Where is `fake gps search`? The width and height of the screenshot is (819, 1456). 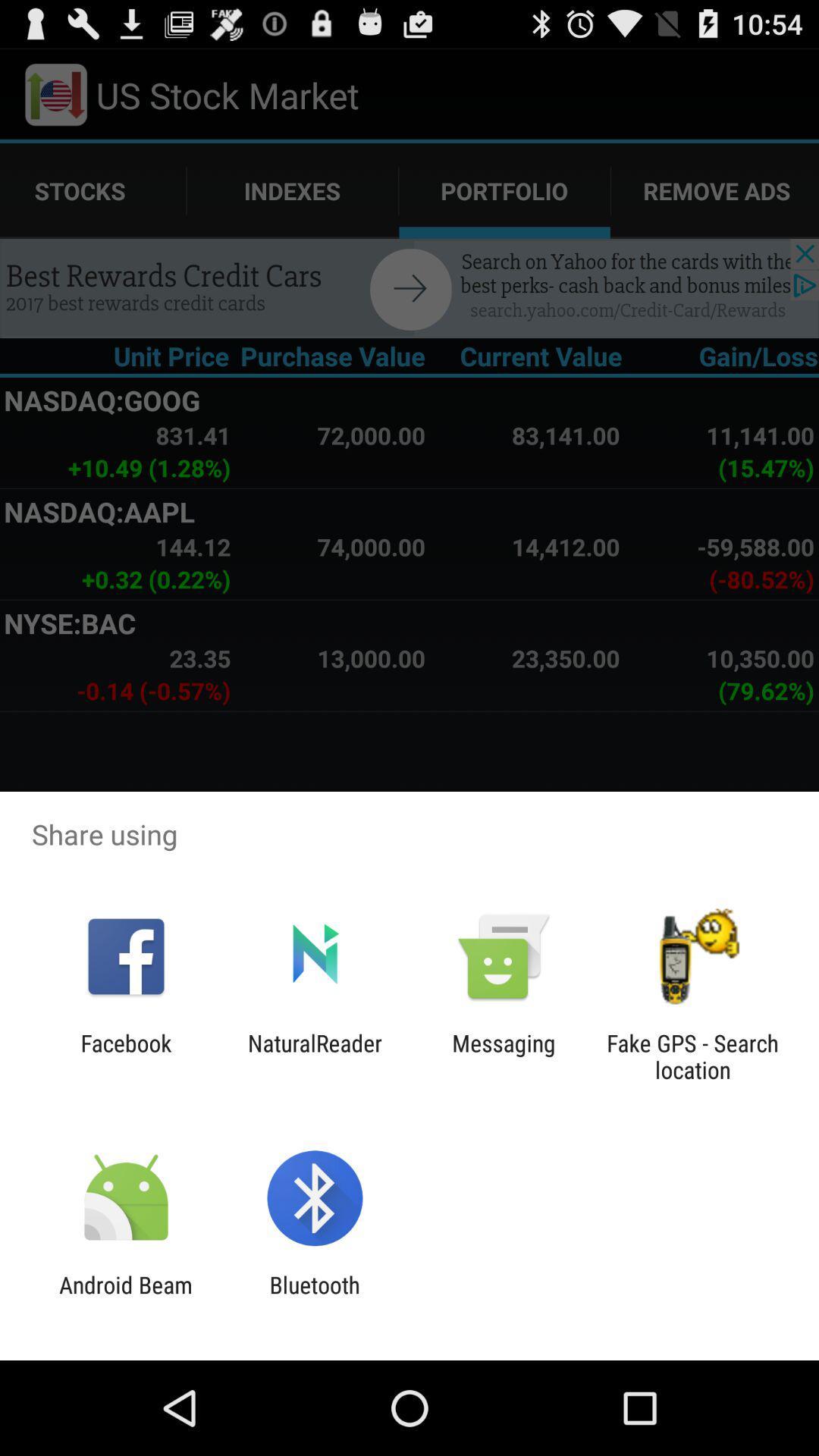
fake gps search is located at coordinates (692, 1056).